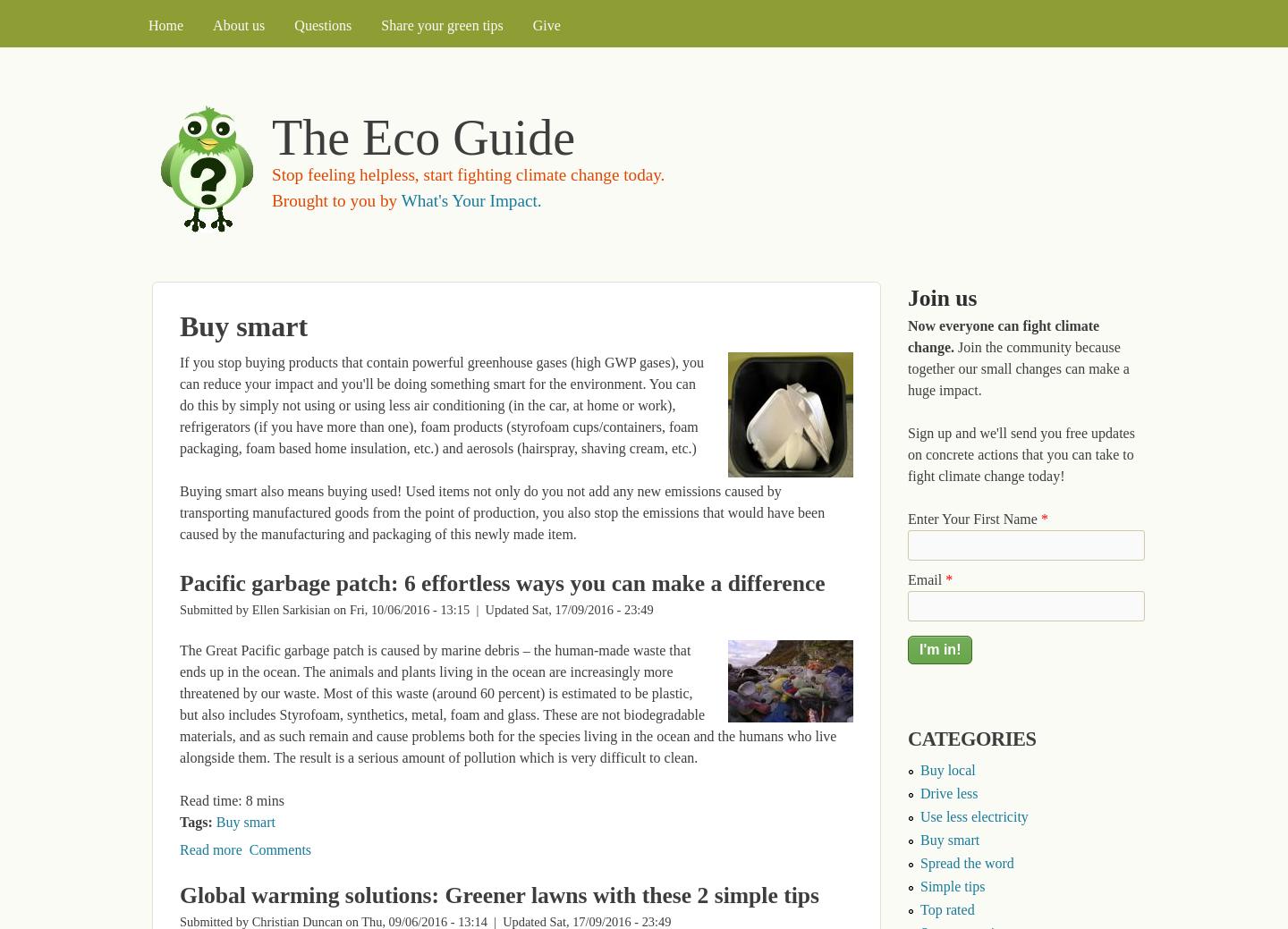 This screenshot has width=1288, height=929. I want to click on 'Comments', so click(280, 849).